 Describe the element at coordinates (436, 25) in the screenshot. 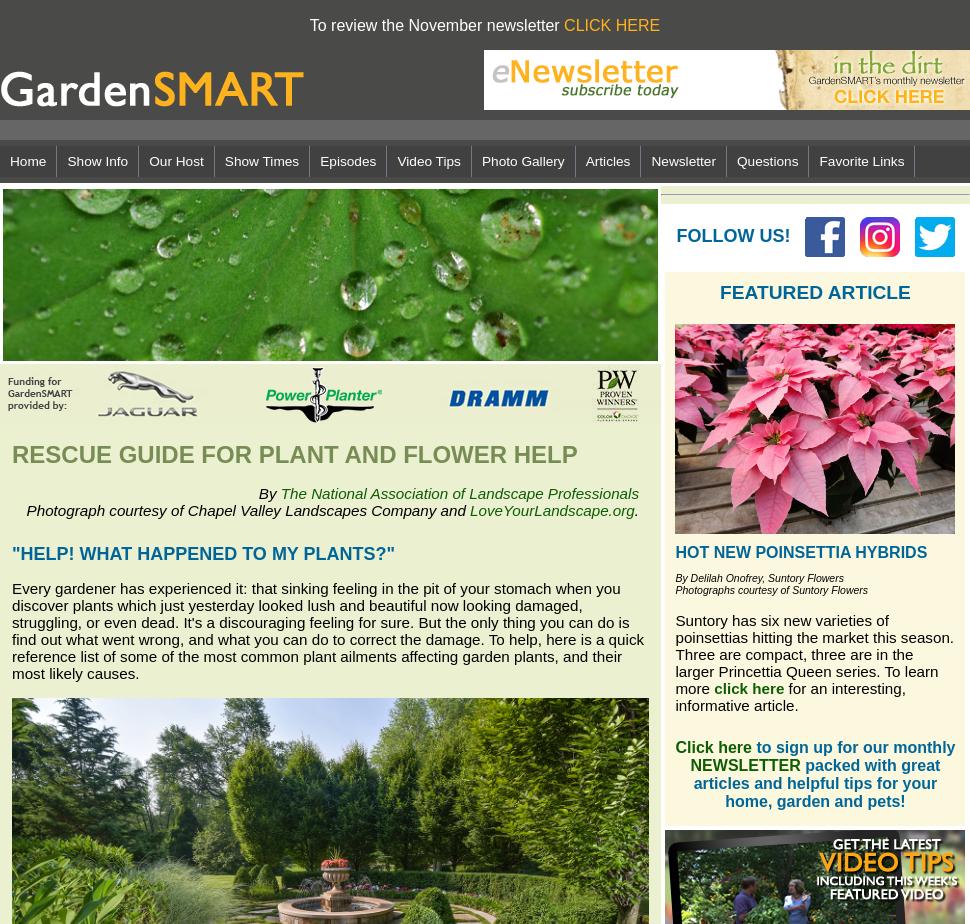

I see `'To review the November newsletter'` at that location.